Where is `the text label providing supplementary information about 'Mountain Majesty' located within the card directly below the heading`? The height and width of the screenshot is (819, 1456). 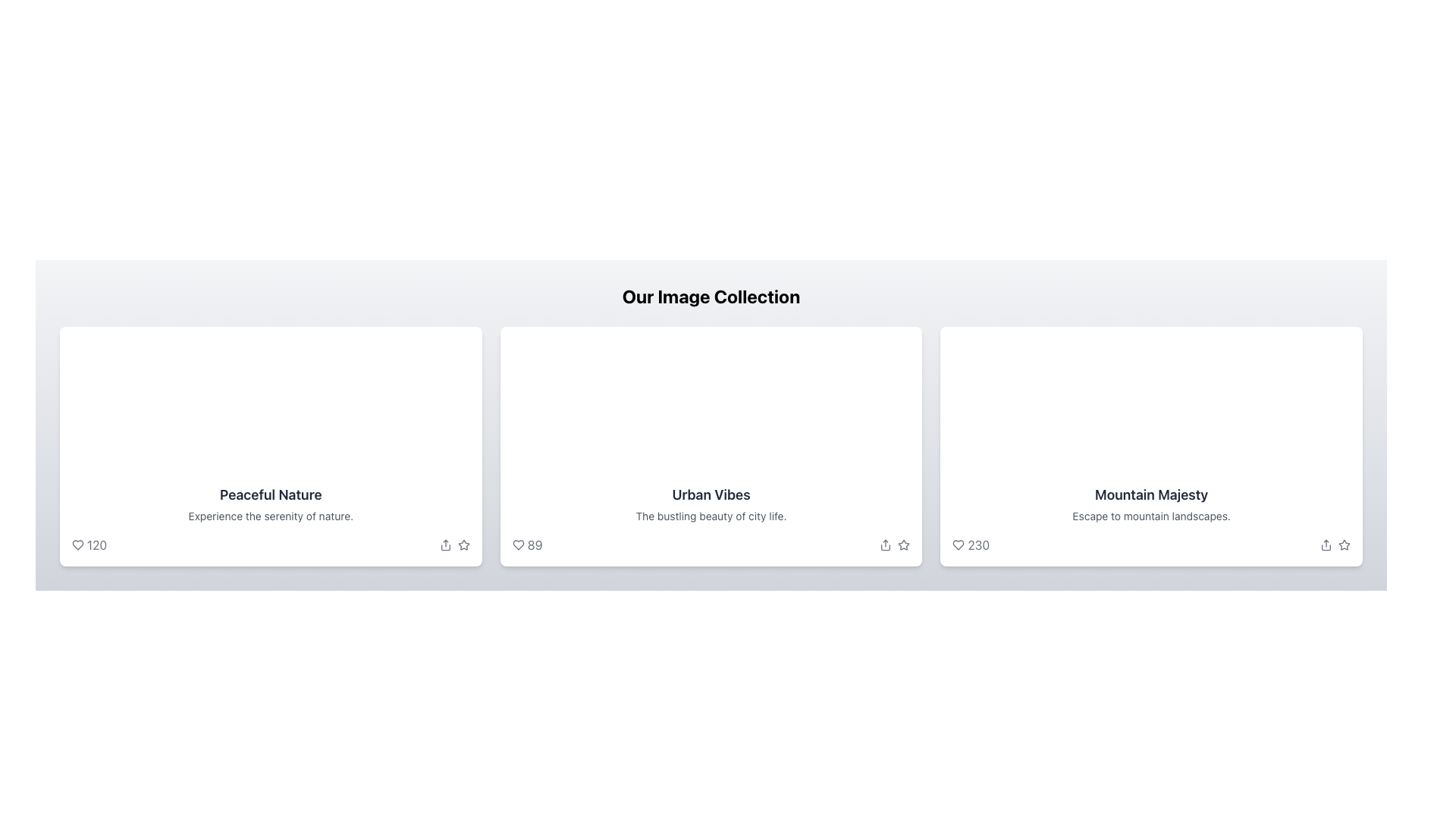 the text label providing supplementary information about 'Mountain Majesty' located within the card directly below the heading is located at coordinates (1151, 516).